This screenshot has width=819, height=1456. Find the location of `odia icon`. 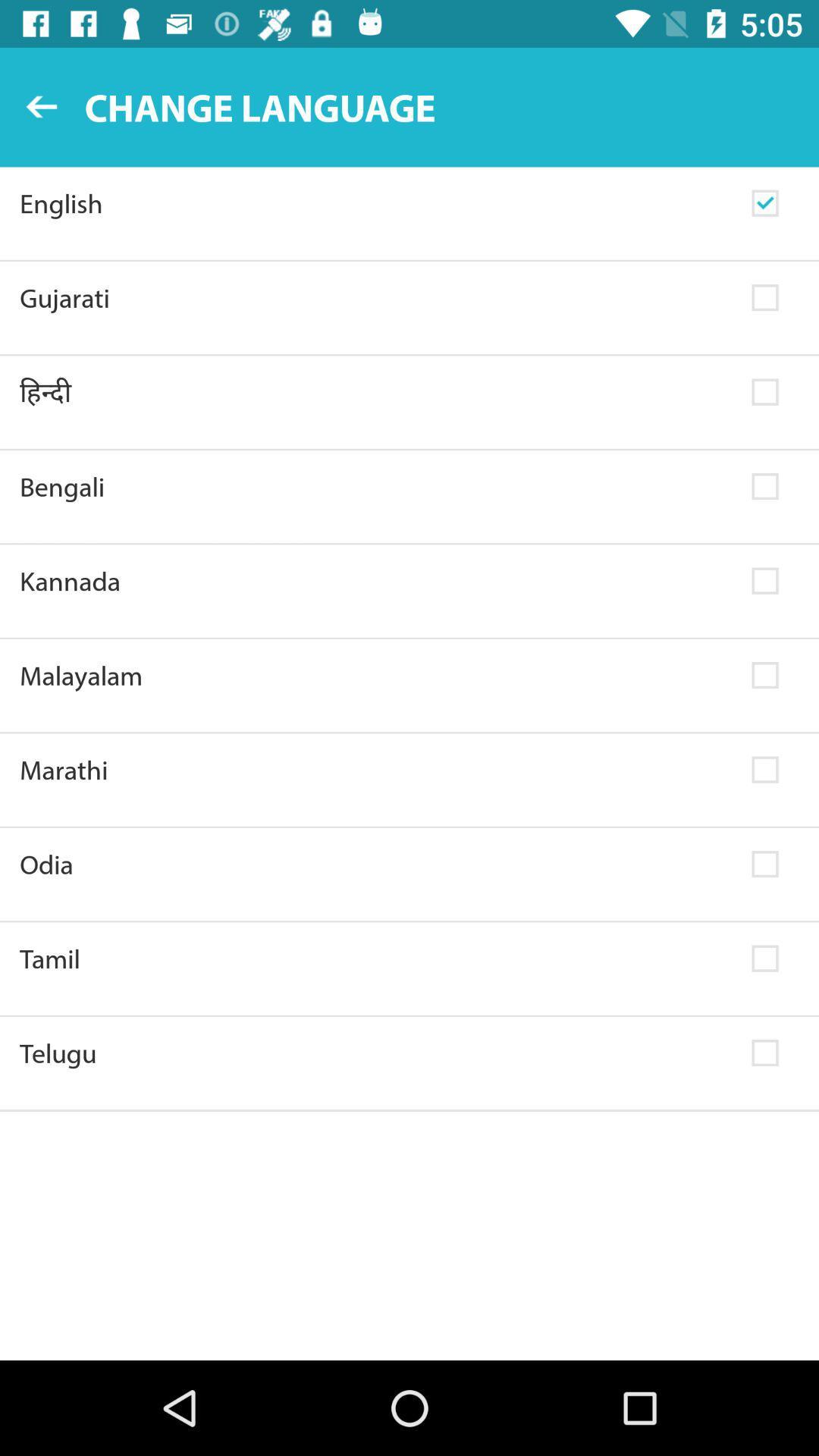

odia icon is located at coordinates (375, 864).